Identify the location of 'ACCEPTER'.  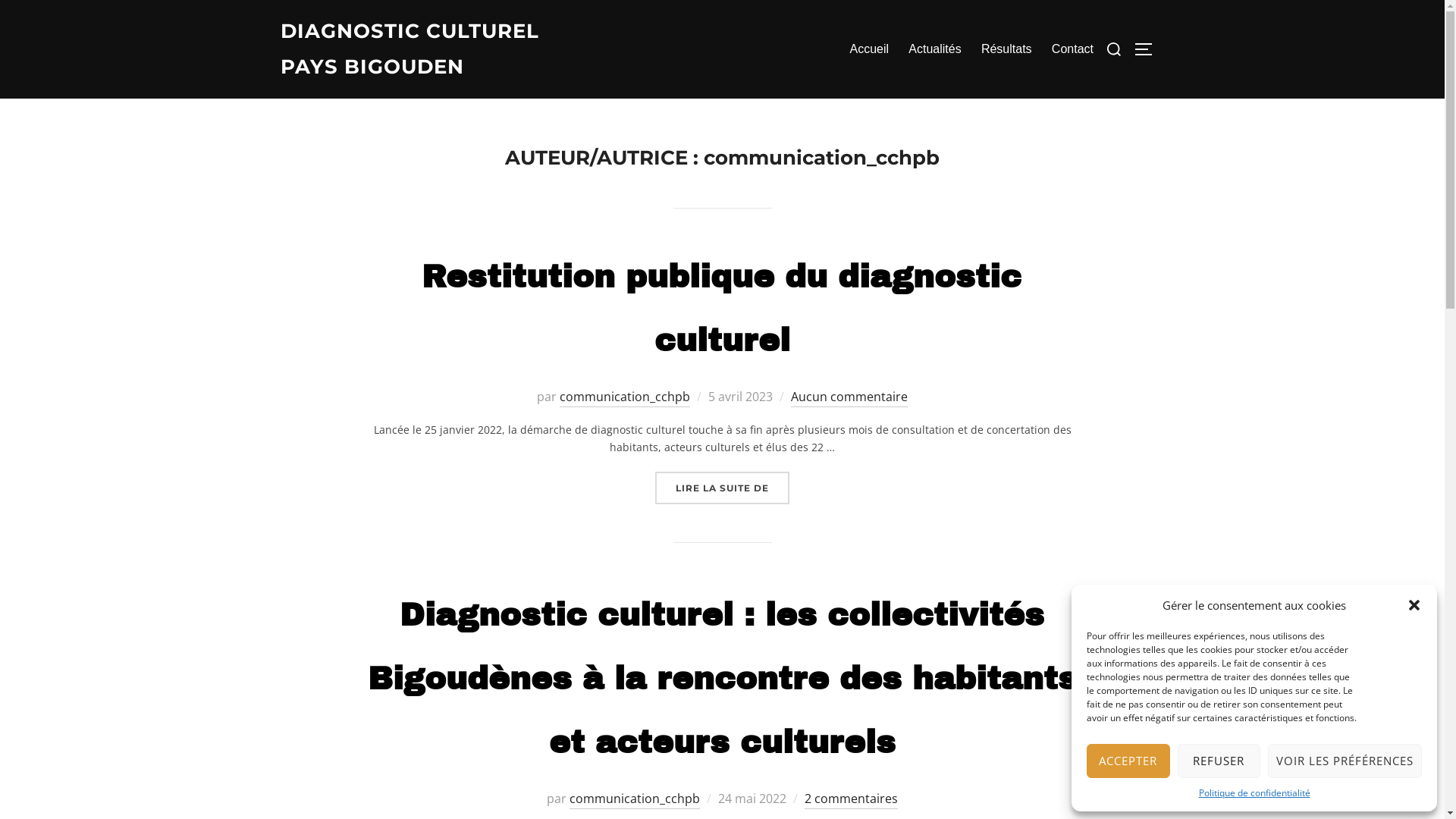
(1128, 761).